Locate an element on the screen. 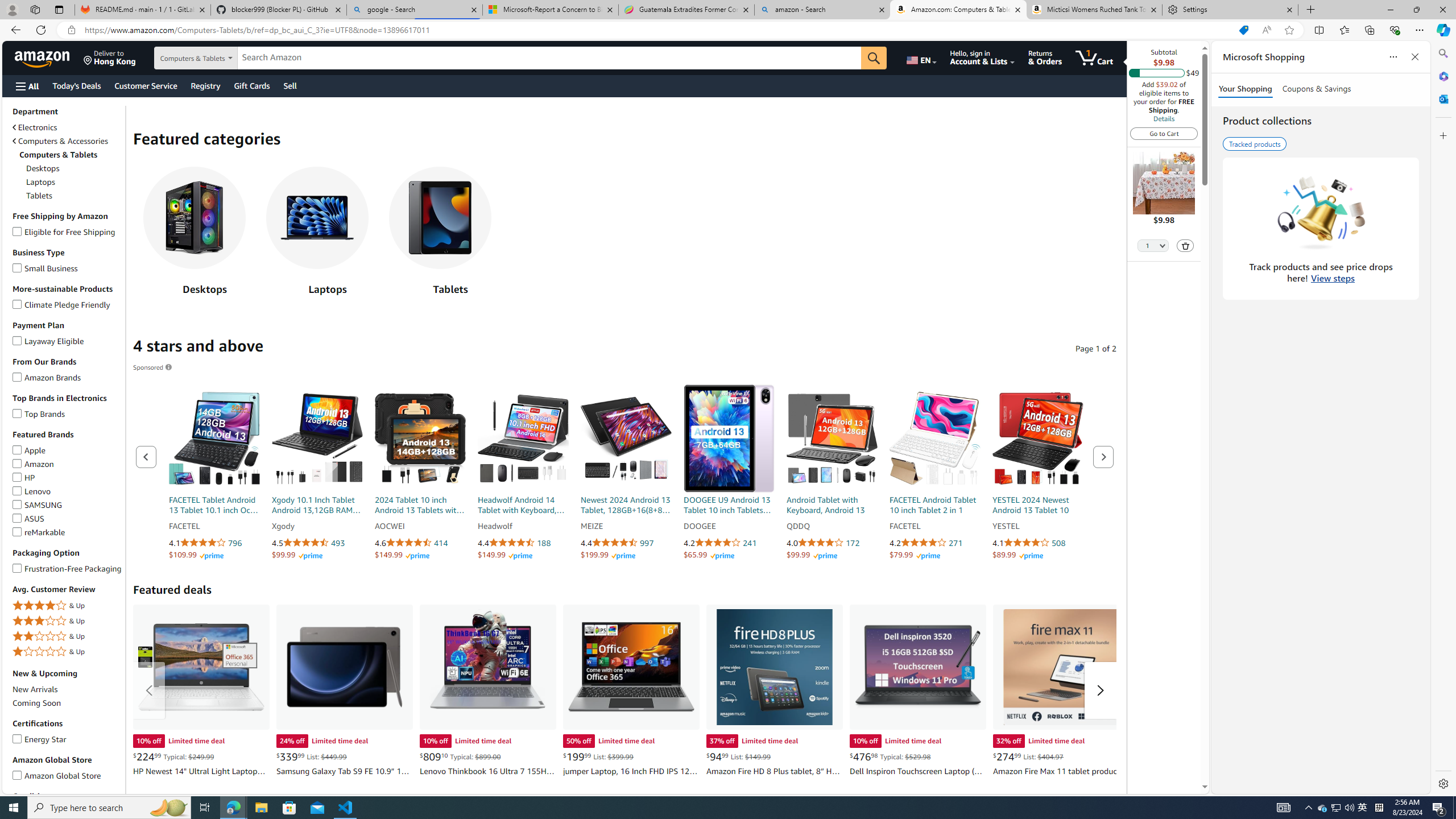 The width and height of the screenshot is (1456, 819). 'Energy Star Energy Star' is located at coordinates (39, 738).